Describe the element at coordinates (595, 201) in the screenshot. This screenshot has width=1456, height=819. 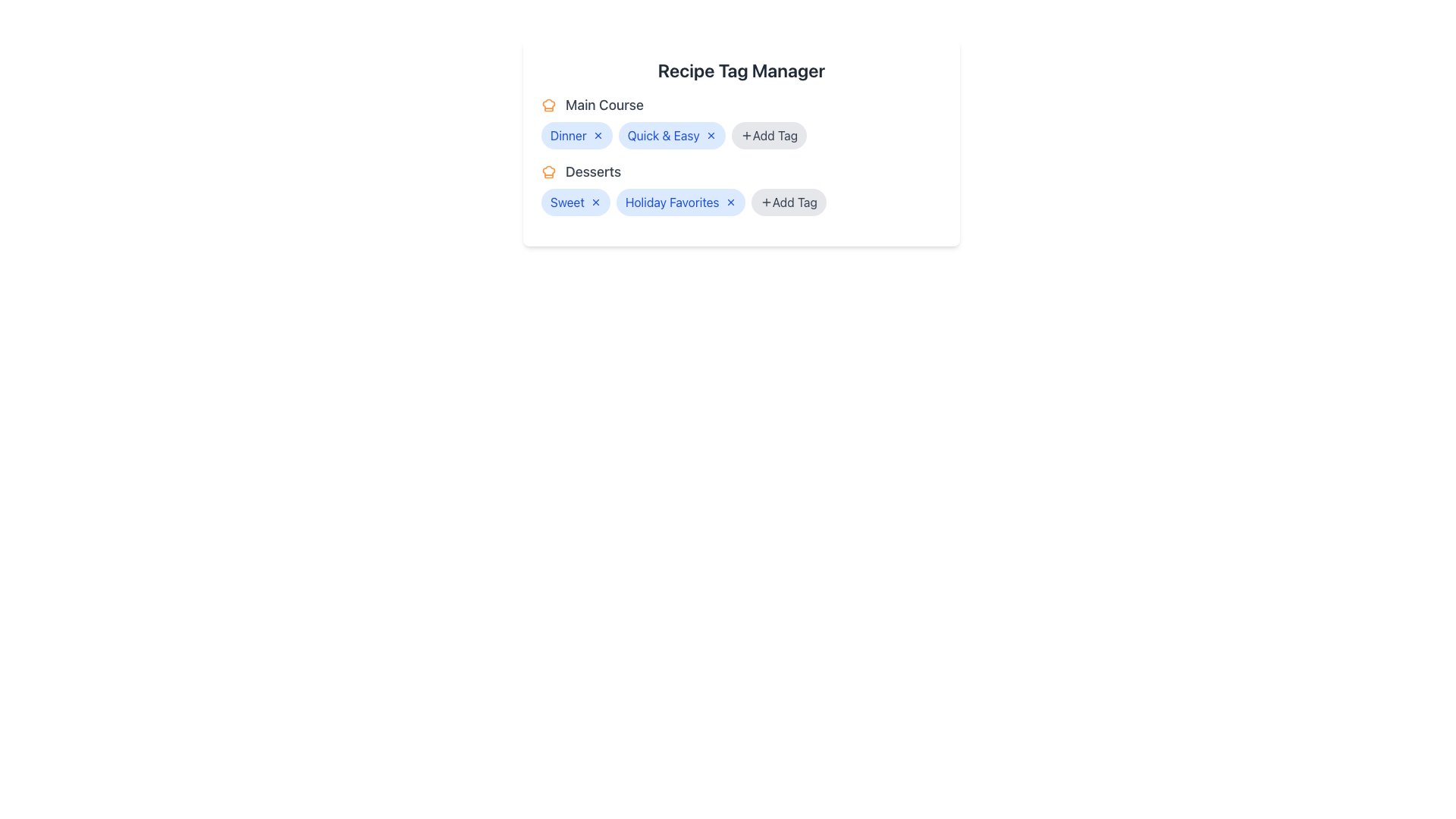
I see `the button` at that location.